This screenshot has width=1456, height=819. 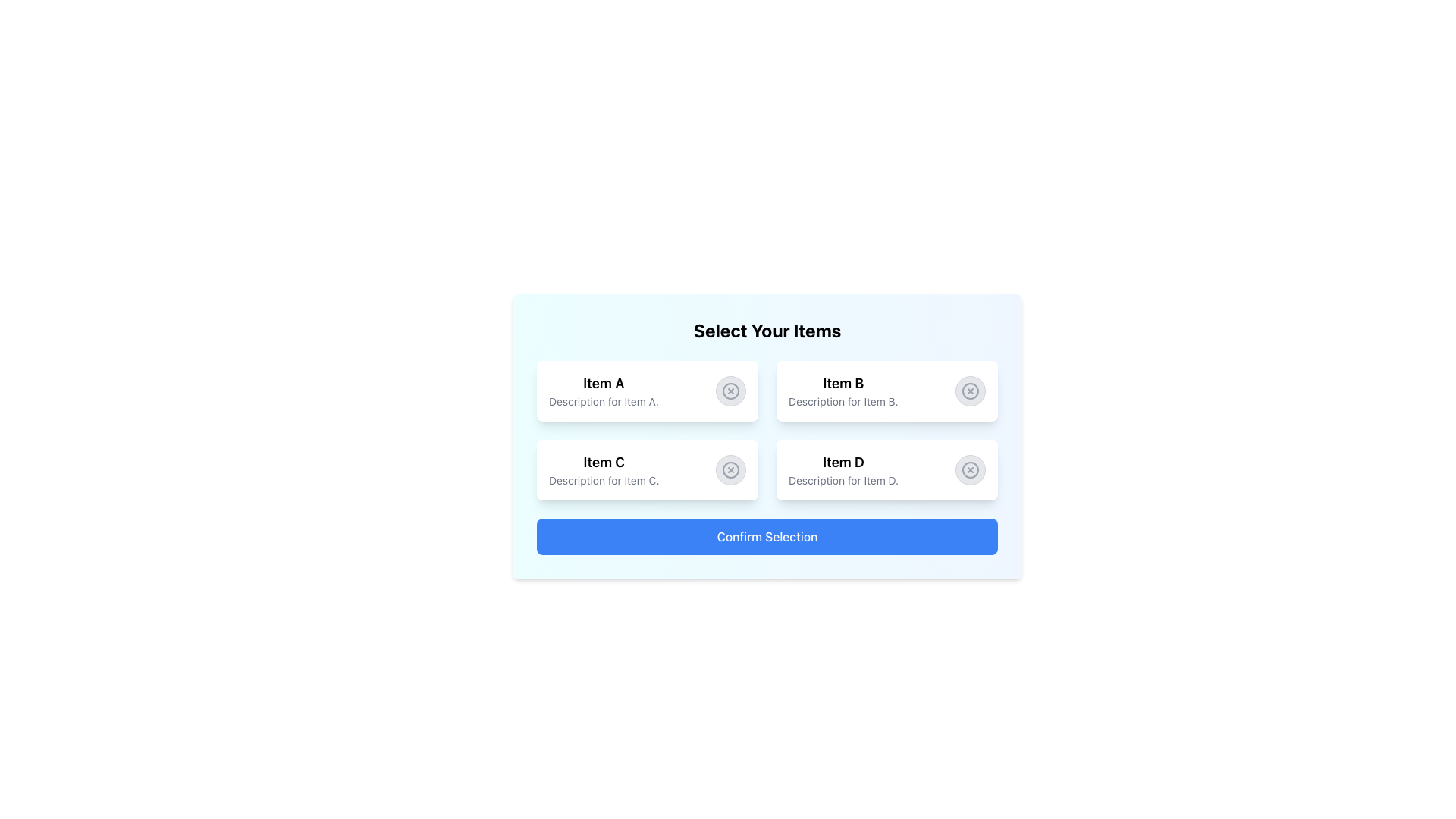 I want to click on the circular icon with a gray color scheme, featuring a cross in its center, located in the first row, second column of the item selection grid, so click(x=731, y=391).